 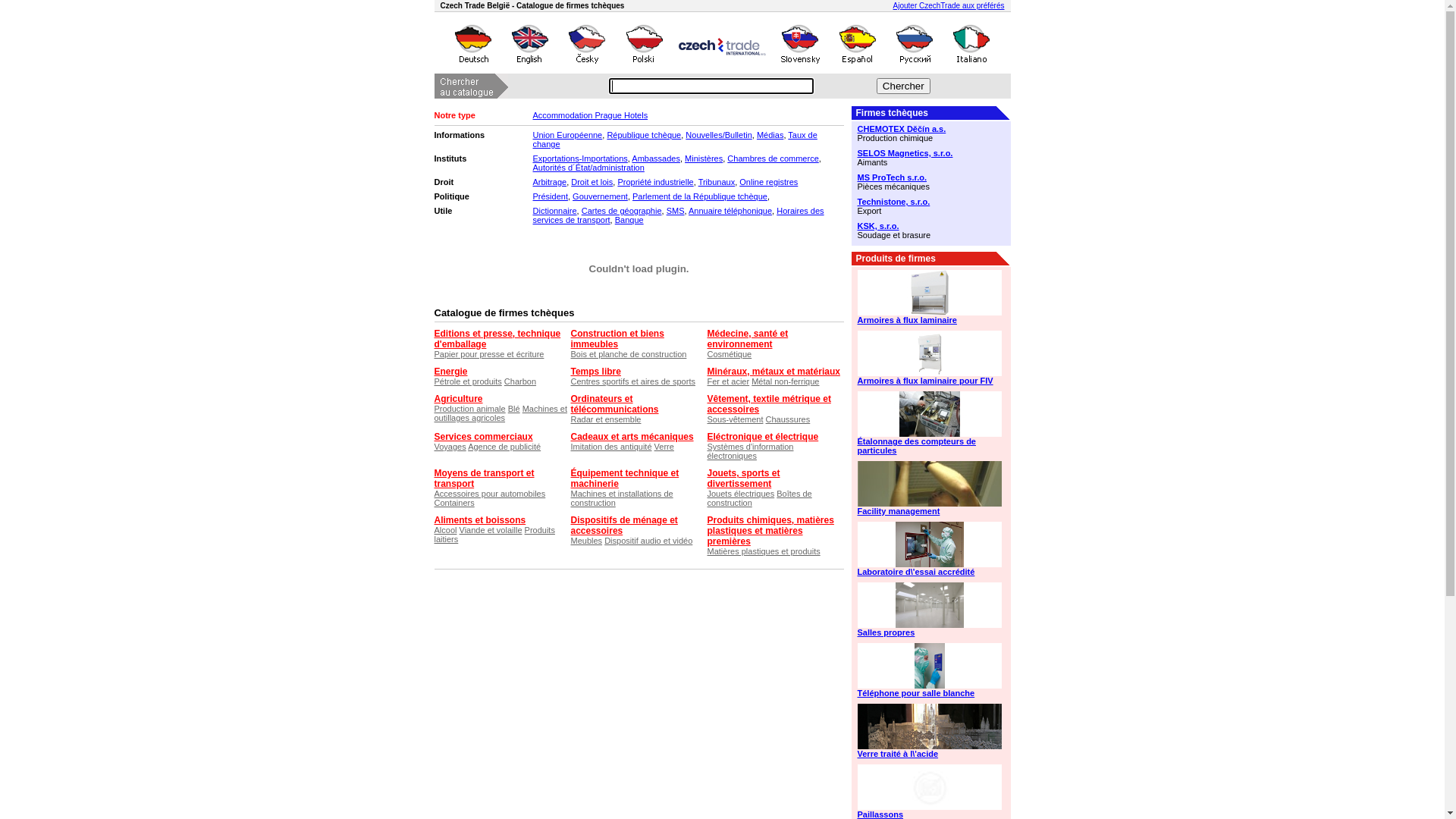 I want to click on 'Agriculture', so click(x=457, y=397).